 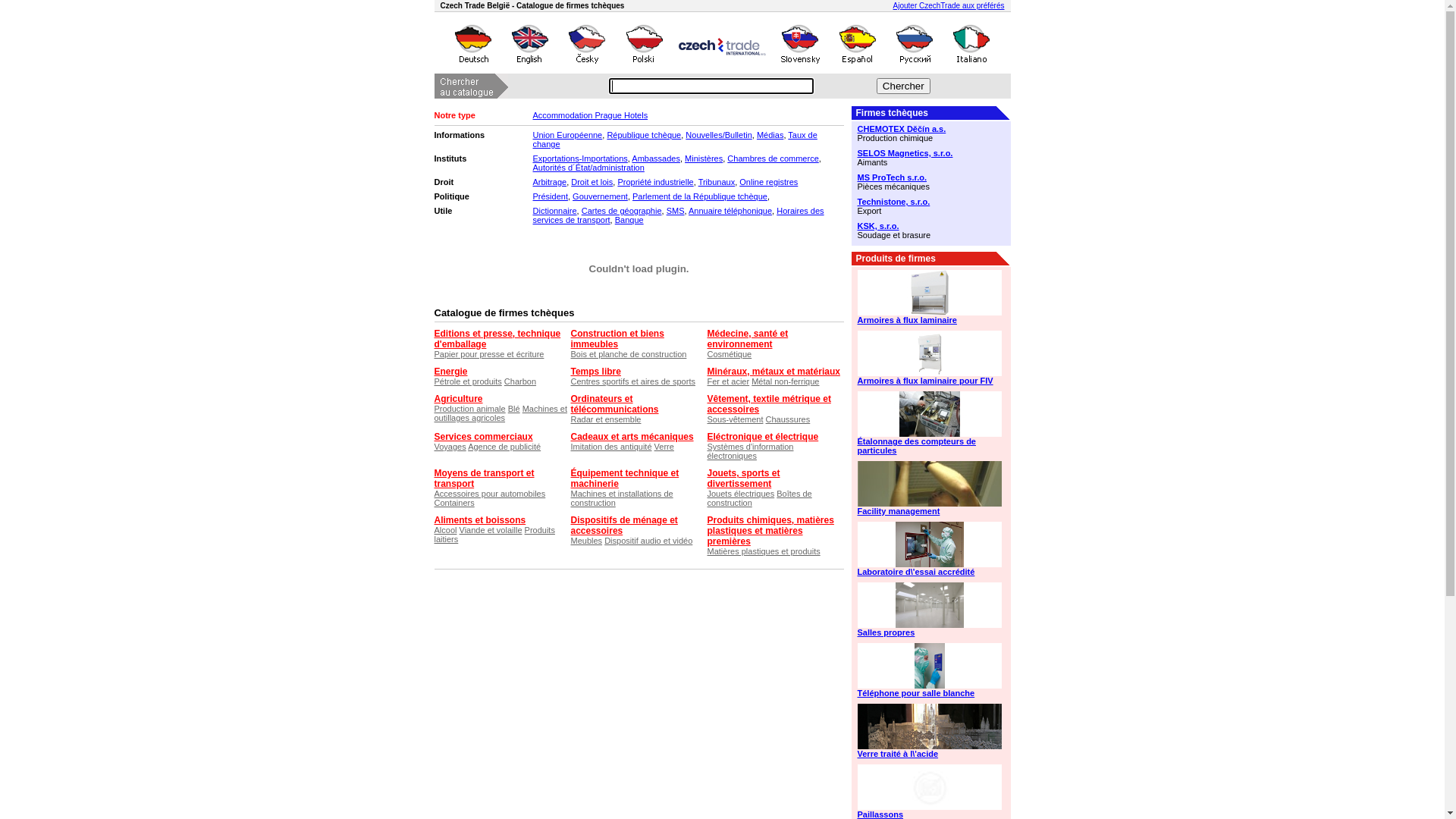 I want to click on 'Agriculture', so click(x=457, y=397).